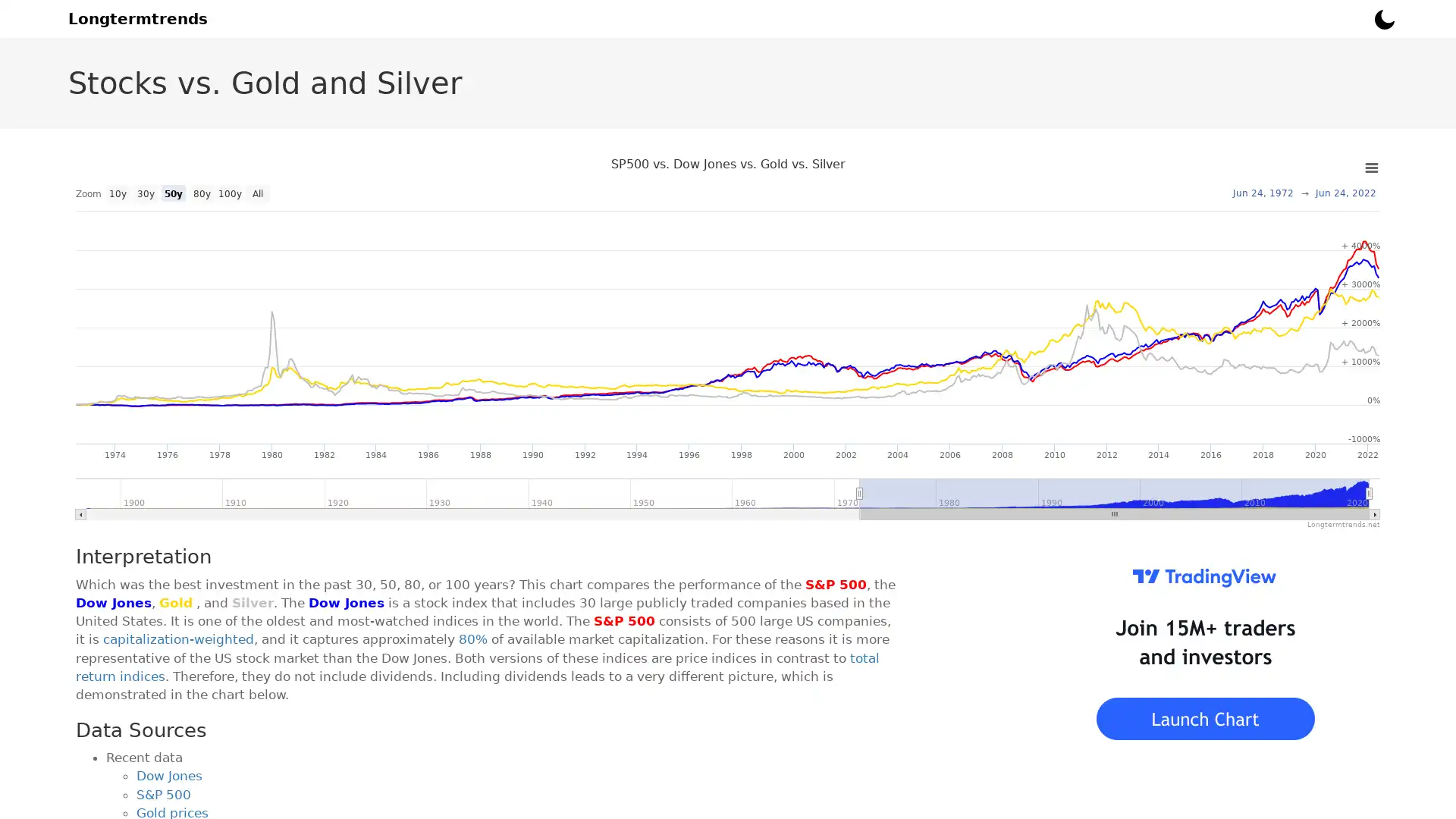 The height and width of the screenshot is (819, 1456). I want to click on All, so click(258, 192).